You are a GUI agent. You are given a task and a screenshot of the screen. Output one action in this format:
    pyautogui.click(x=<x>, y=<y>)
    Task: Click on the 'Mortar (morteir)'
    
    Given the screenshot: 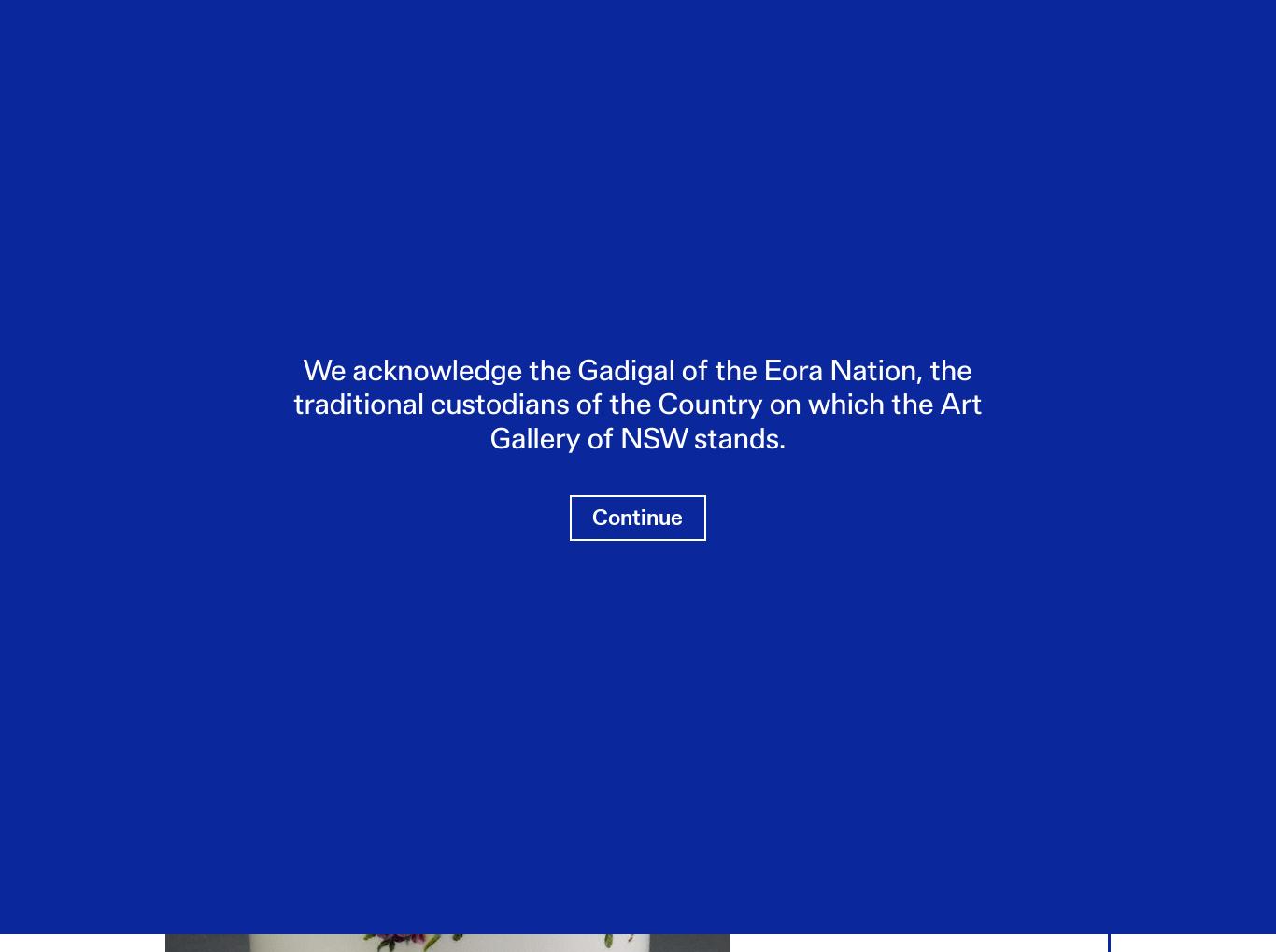 What is the action you would take?
    pyautogui.click(x=163, y=322)
    